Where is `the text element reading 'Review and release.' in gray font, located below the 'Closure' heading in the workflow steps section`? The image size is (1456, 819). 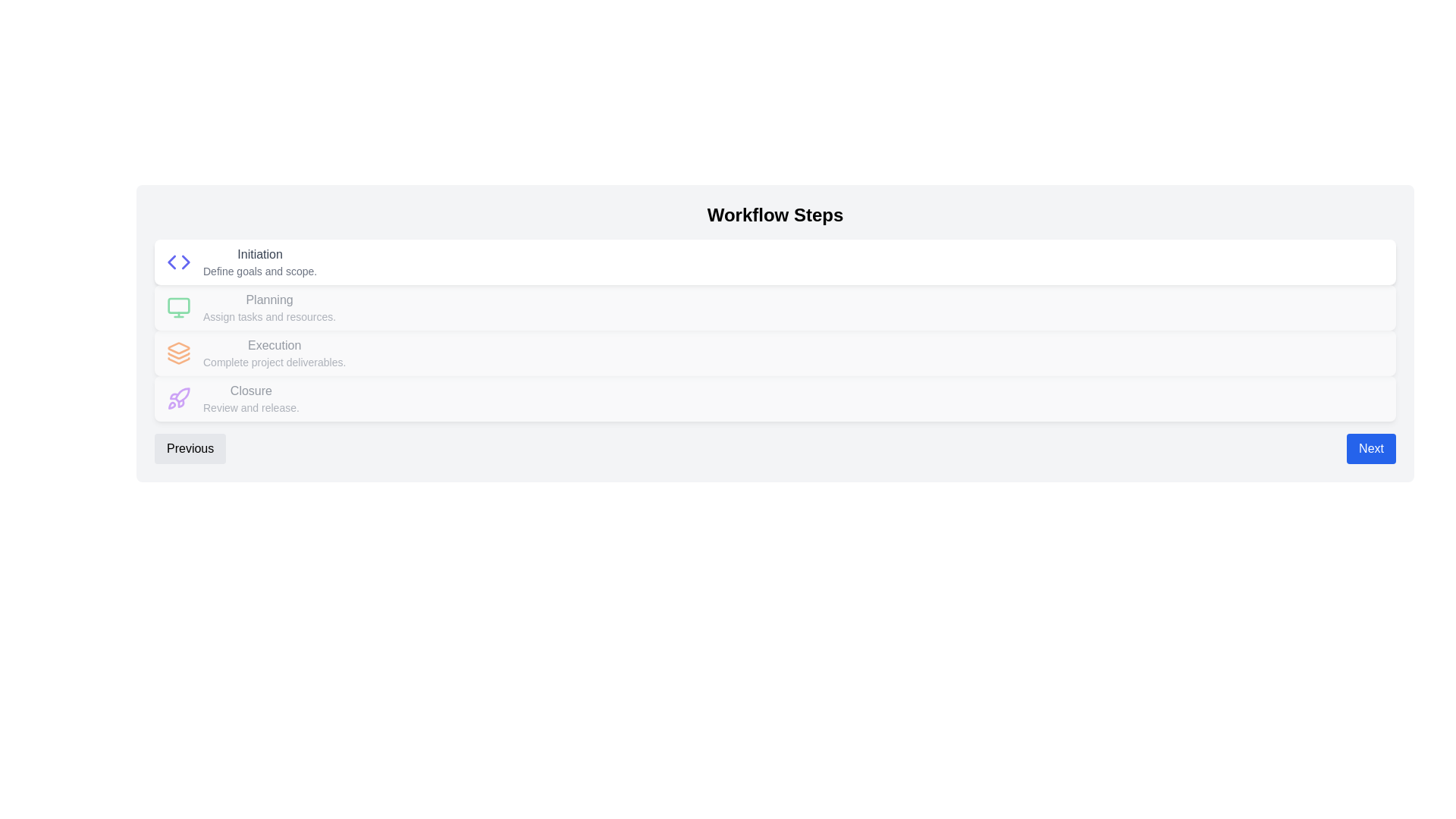
the text element reading 'Review and release.' in gray font, located below the 'Closure' heading in the workflow steps section is located at coordinates (251, 406).